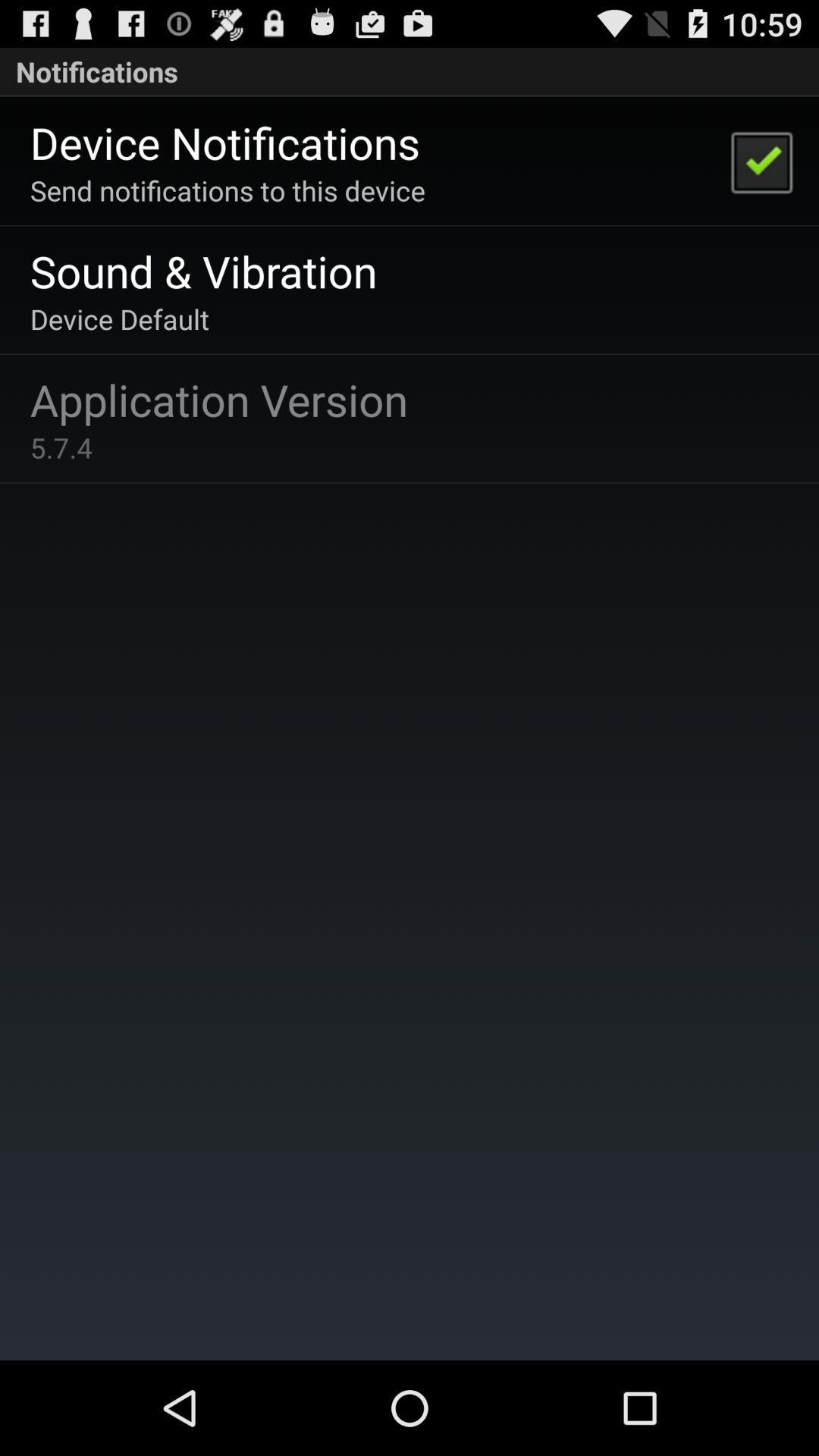 The height and width of the screenshot is (1456, 819). I want to click on sound & vibration, so click(202, 271).